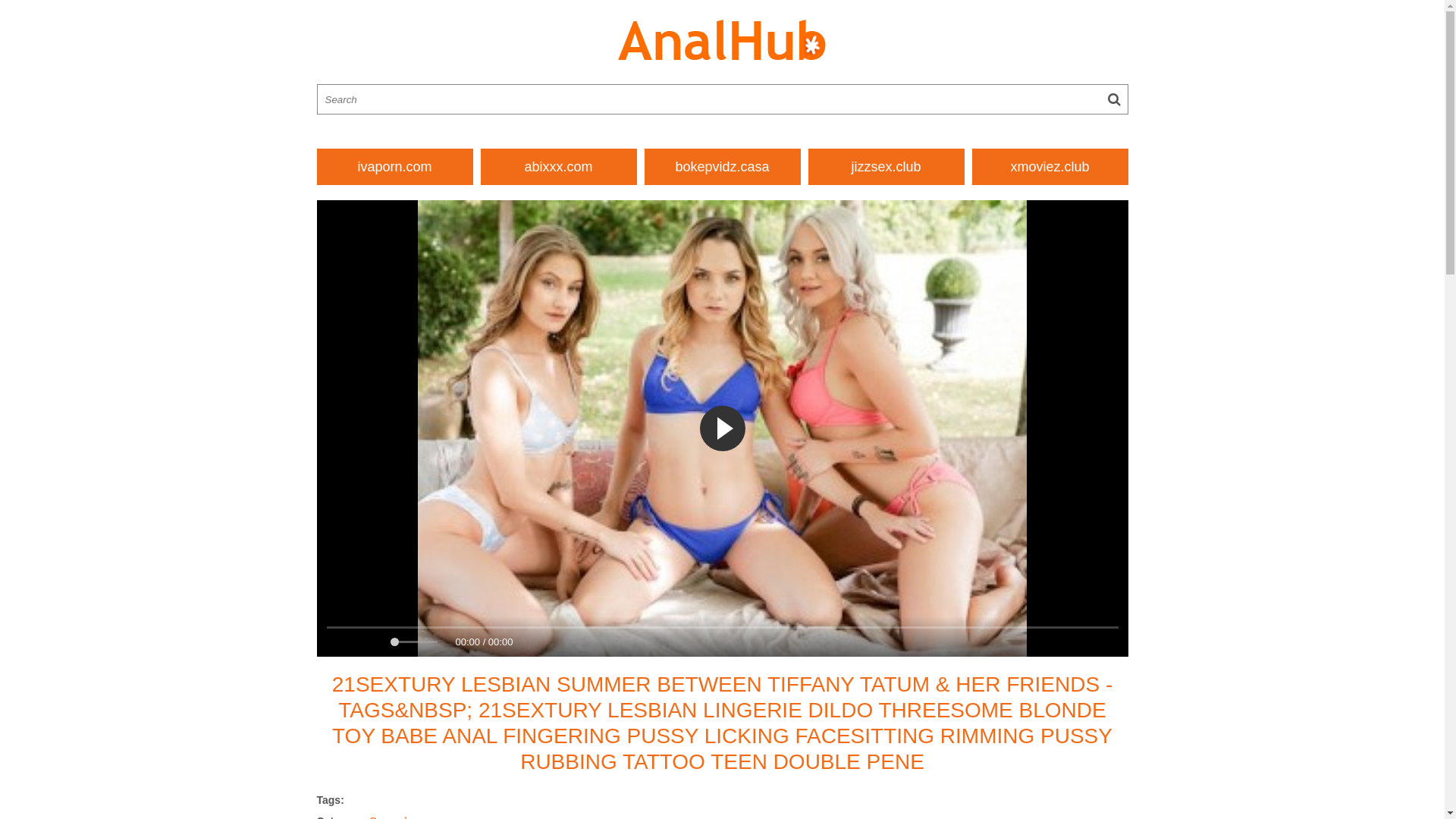  What do you see at coordinates (722, 166) in the screenshot?
I see `'bokepvidz.casa'` at bounding box center [722, 166].